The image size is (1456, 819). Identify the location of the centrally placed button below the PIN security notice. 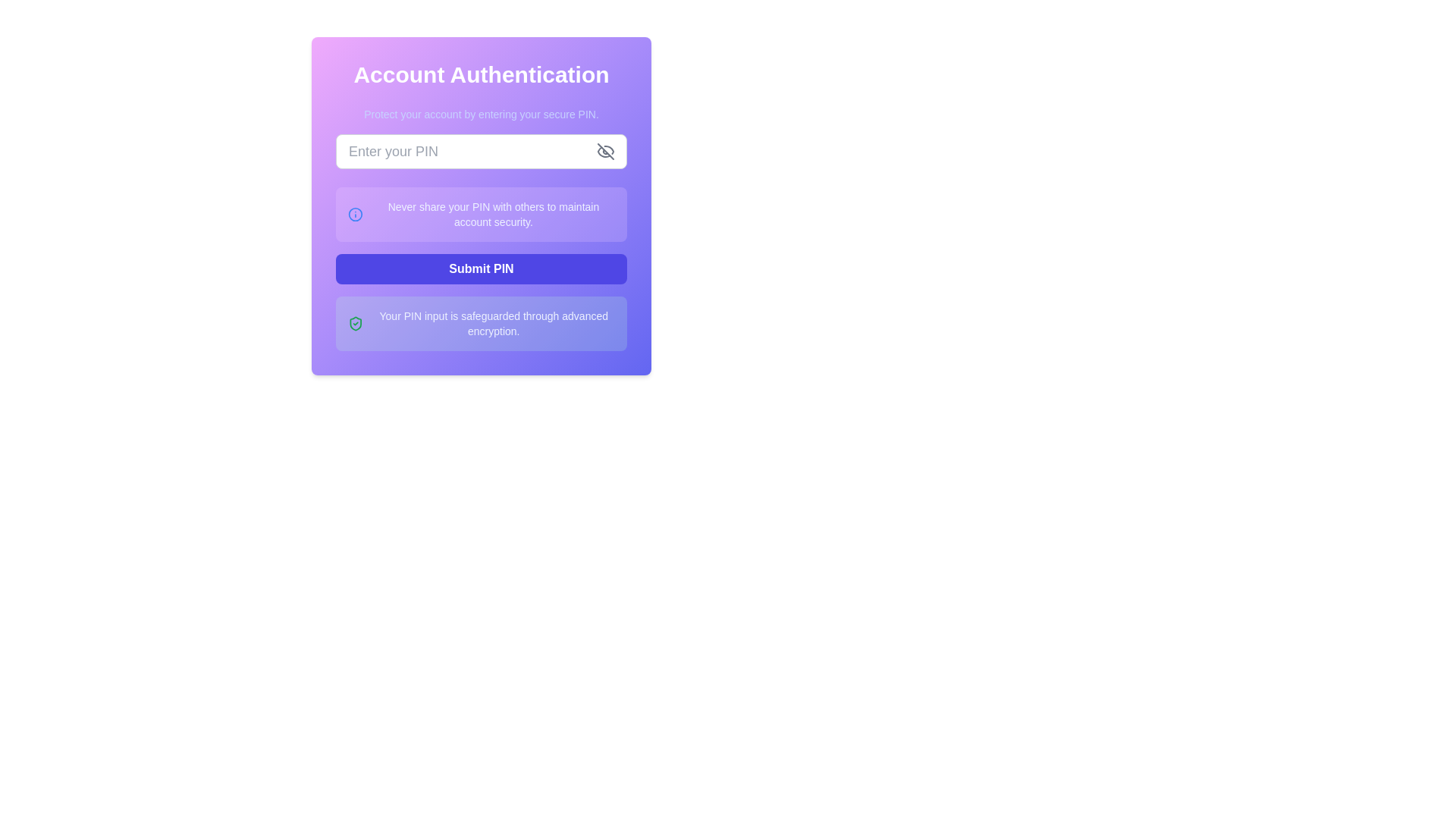
(480, 268).